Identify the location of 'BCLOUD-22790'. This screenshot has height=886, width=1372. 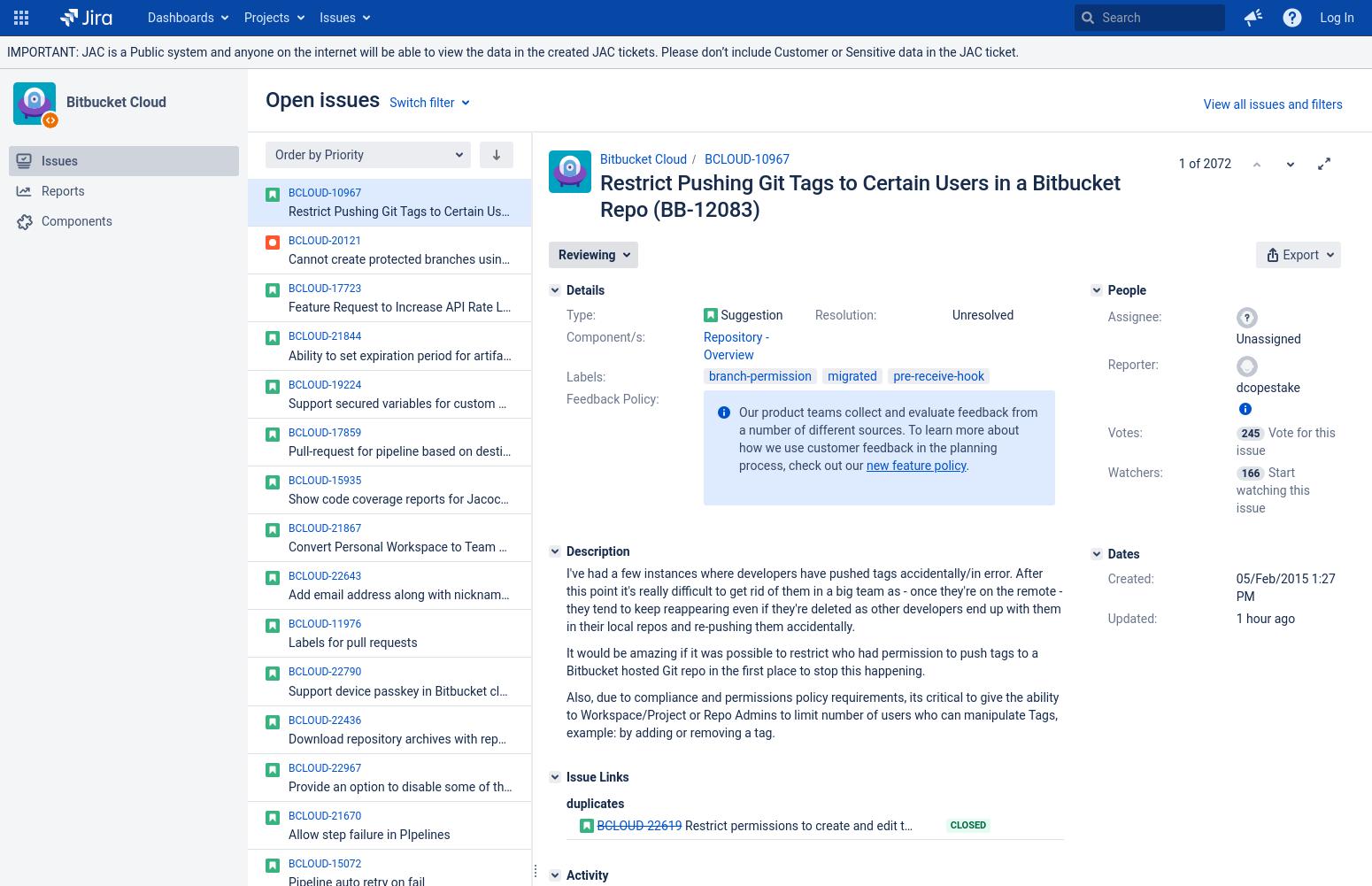
(324, 671).